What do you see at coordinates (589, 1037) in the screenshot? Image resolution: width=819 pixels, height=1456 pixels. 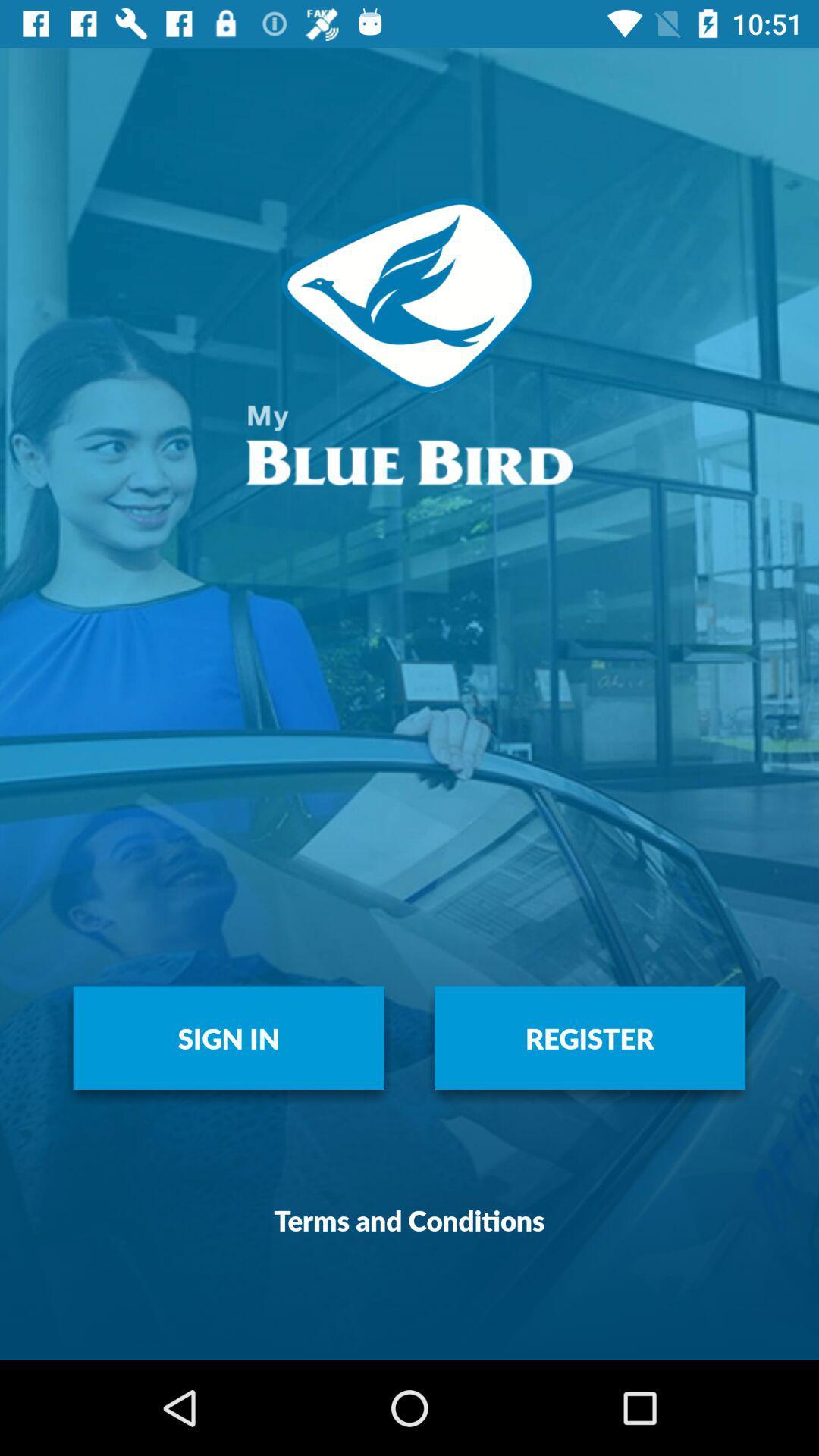 I see `the register` at bounding box center [589, 1037].